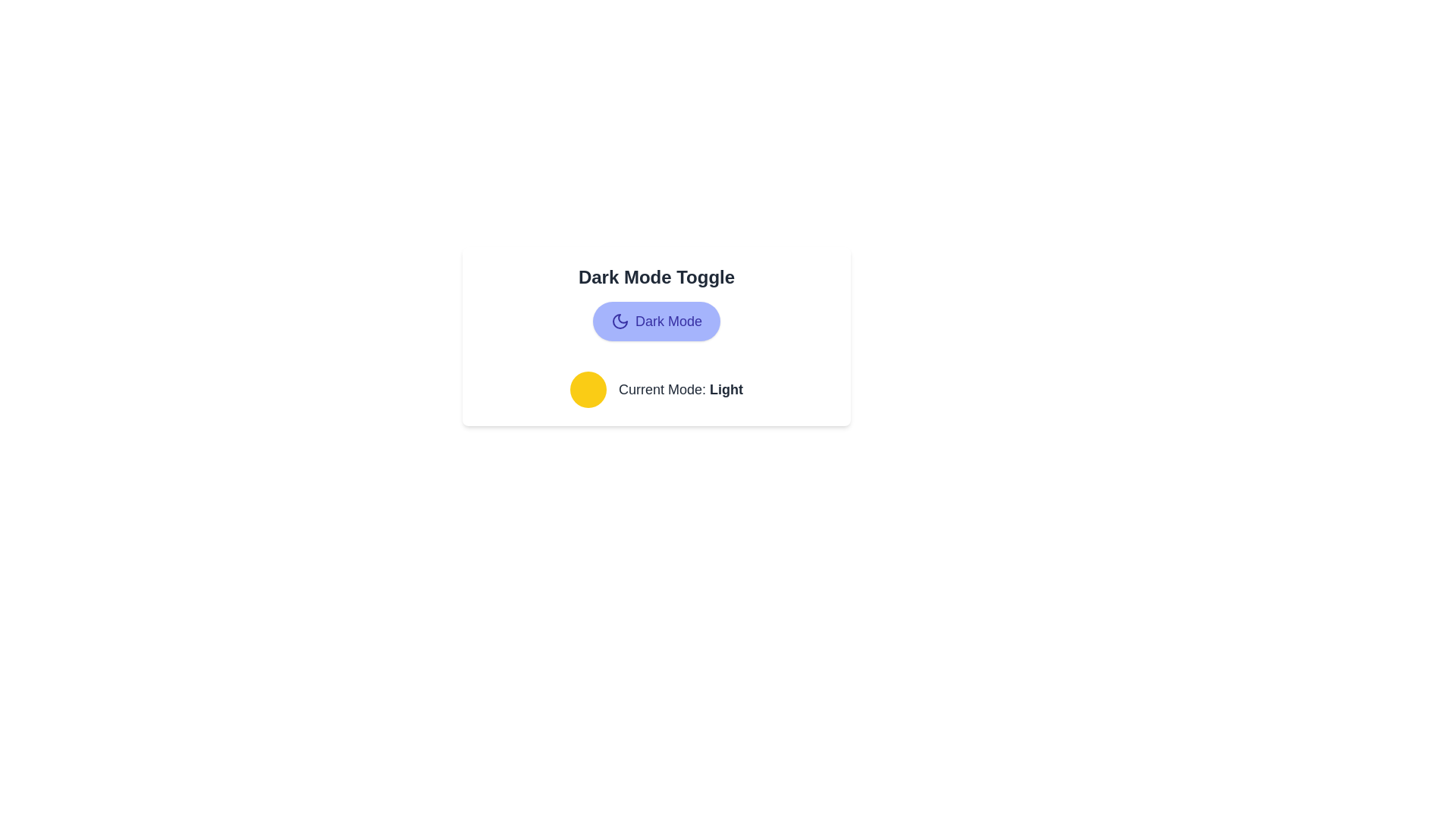  I want to click on the toggle button to see its hover effect, so click(656, 321).